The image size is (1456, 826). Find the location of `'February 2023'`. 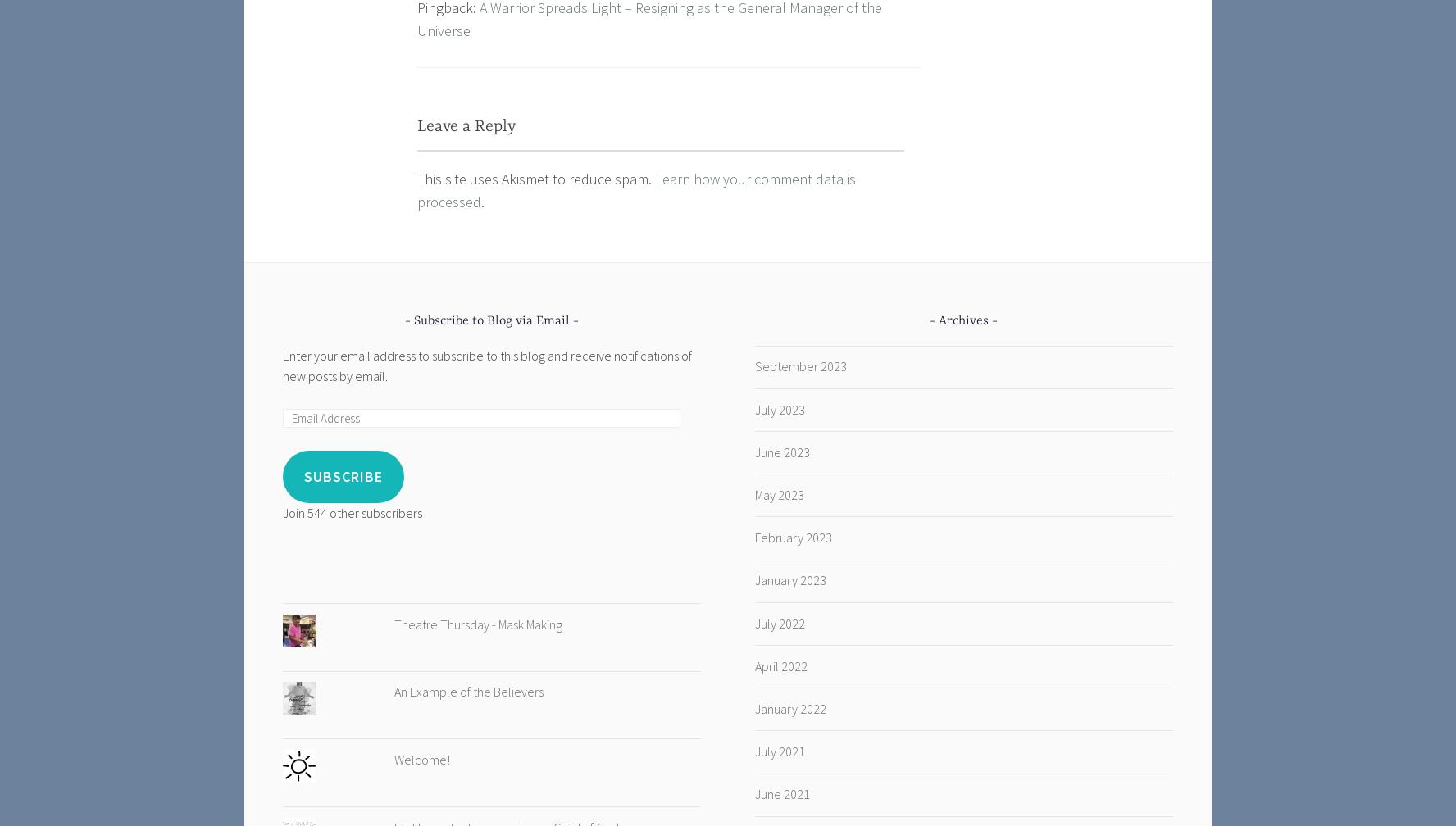

'February 2023' is located at coordinates (793, 538).